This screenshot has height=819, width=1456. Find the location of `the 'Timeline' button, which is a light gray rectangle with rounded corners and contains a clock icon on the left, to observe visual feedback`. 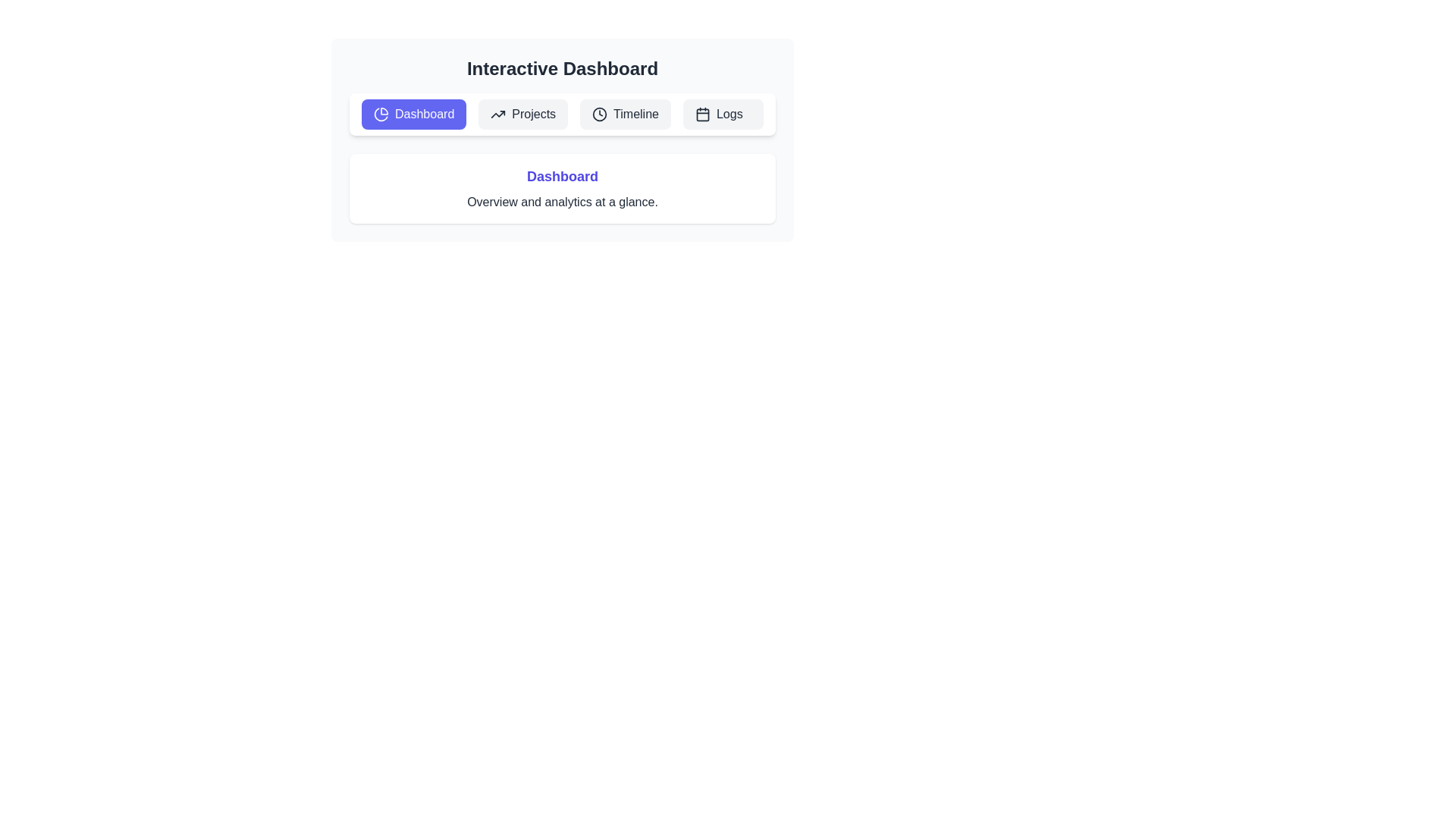

the 'Timeline' button, which is a light gray rectangle with rounded corners and contains a clock icon on the left, to observe visual feedback is located at coordinates (626, 113).